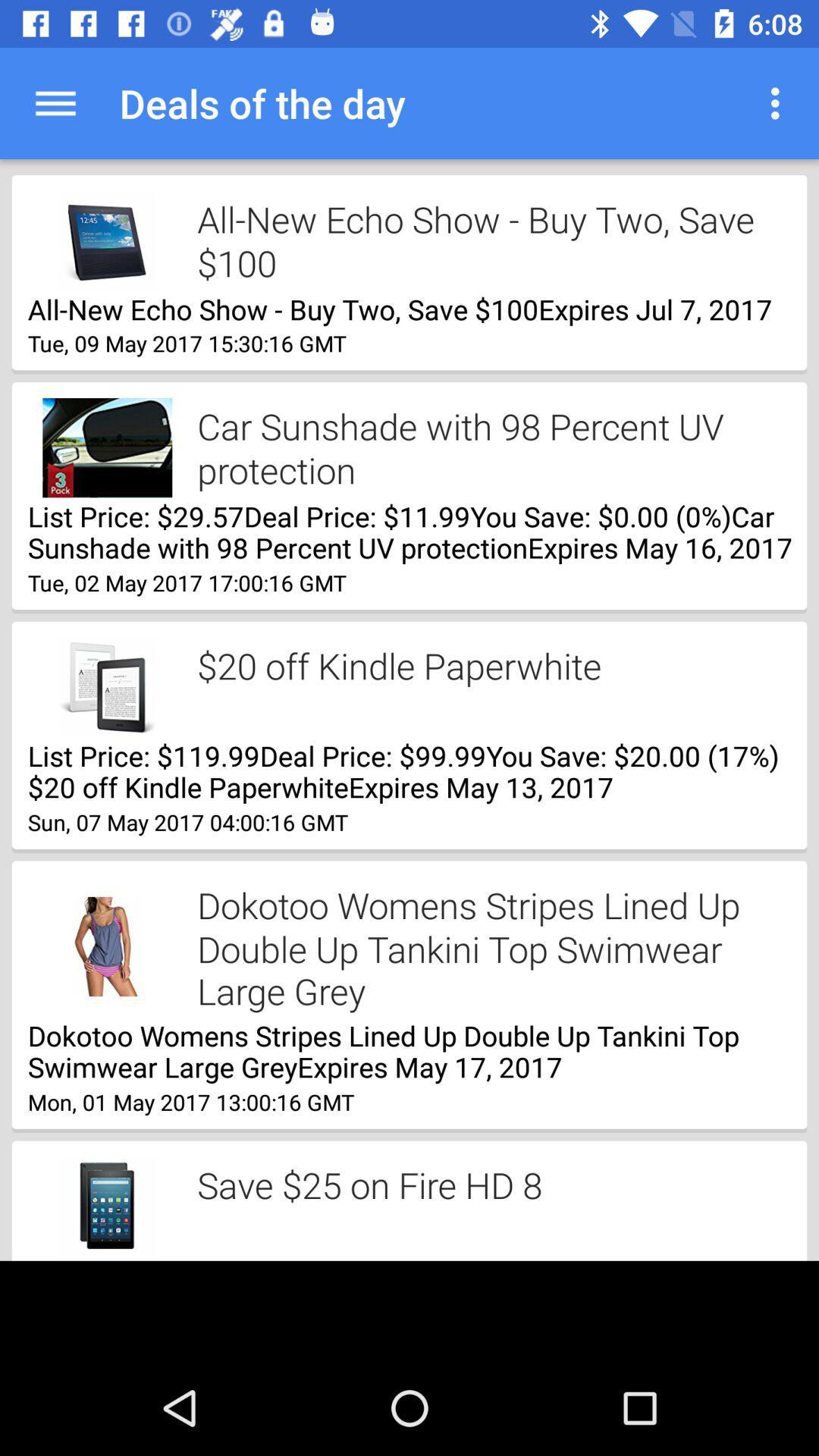  What do you see at coordinates (779, 103) in the screenshot?
I see `menu` at bounding box center [779, 103].